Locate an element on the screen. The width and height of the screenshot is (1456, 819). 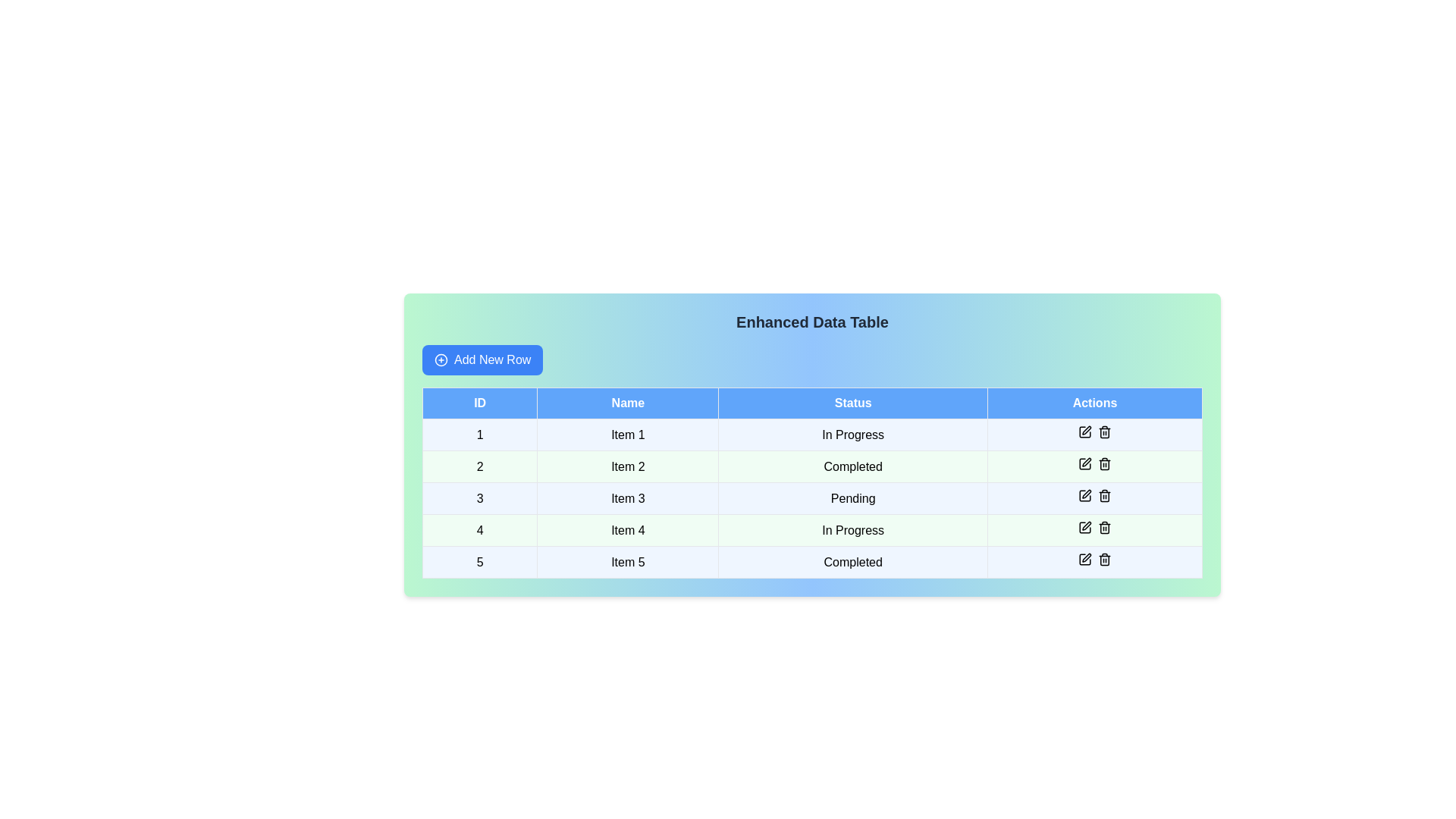
the pen icon button in the second row, fourth column of the 'Enhanced Data Table' is located at coordinates (1084, 463).